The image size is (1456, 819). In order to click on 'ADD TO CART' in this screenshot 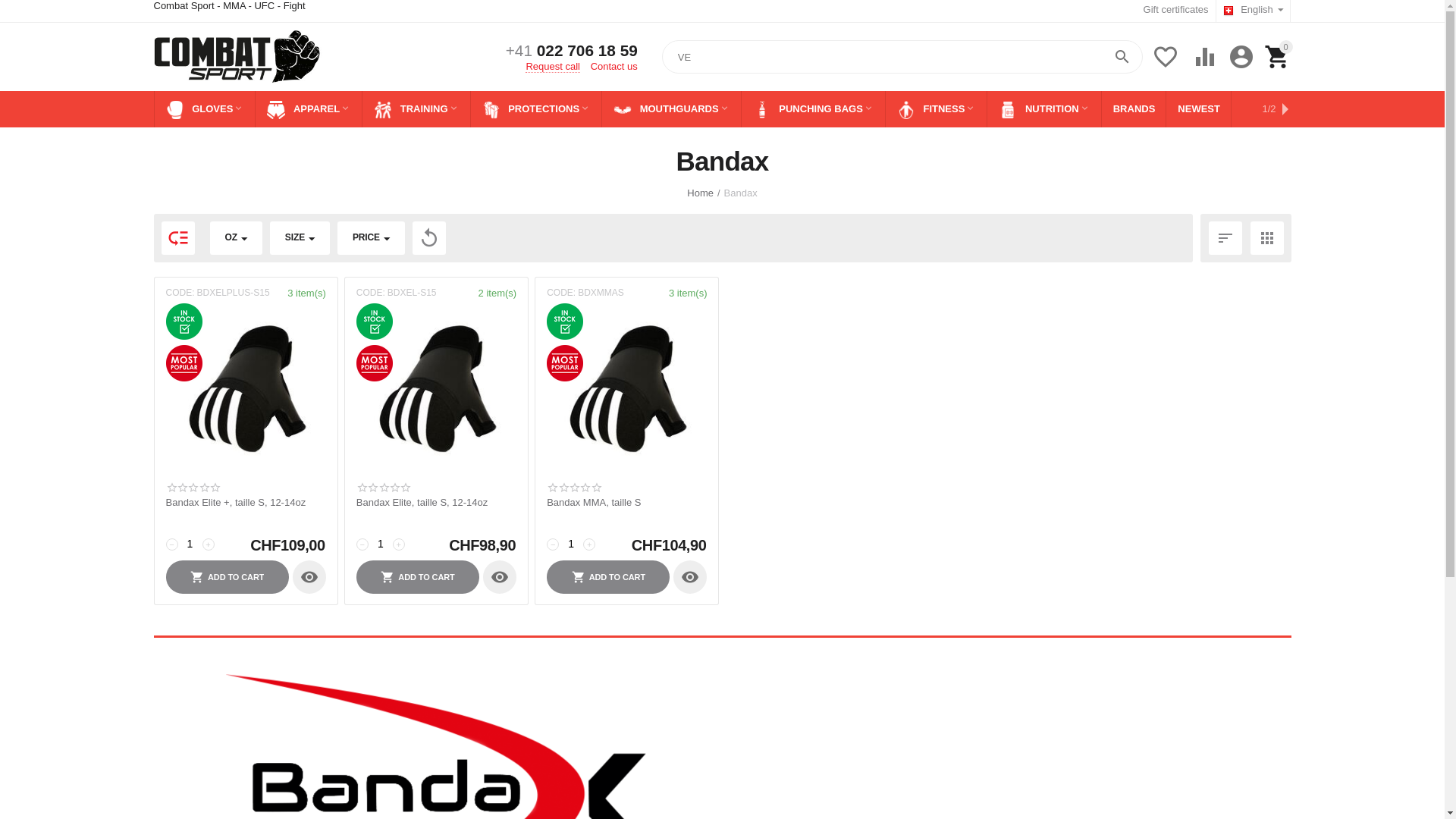, I will do `click(418, 576)`.